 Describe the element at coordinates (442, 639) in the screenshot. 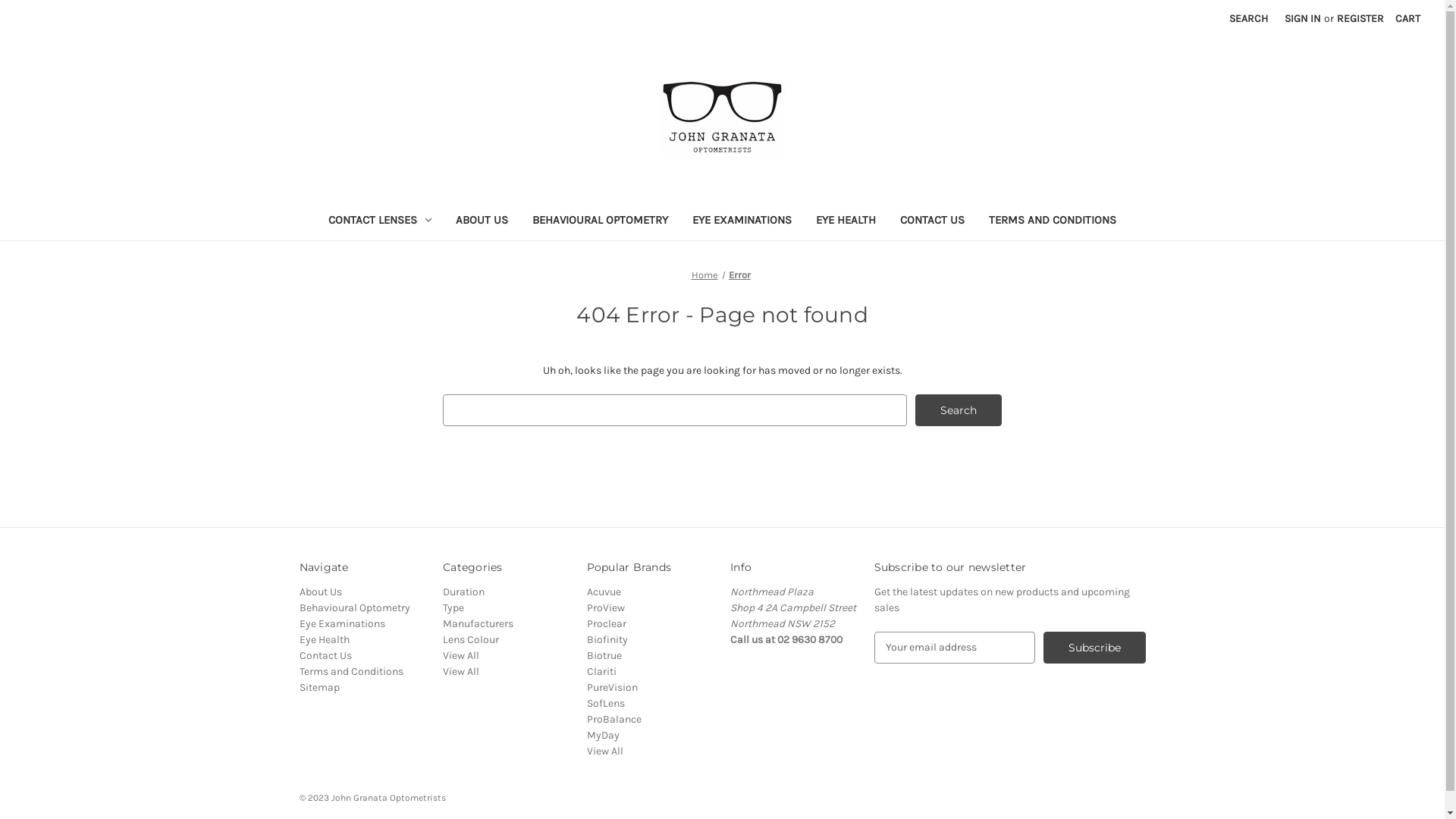

I see `'Lens Colour'` at that location.